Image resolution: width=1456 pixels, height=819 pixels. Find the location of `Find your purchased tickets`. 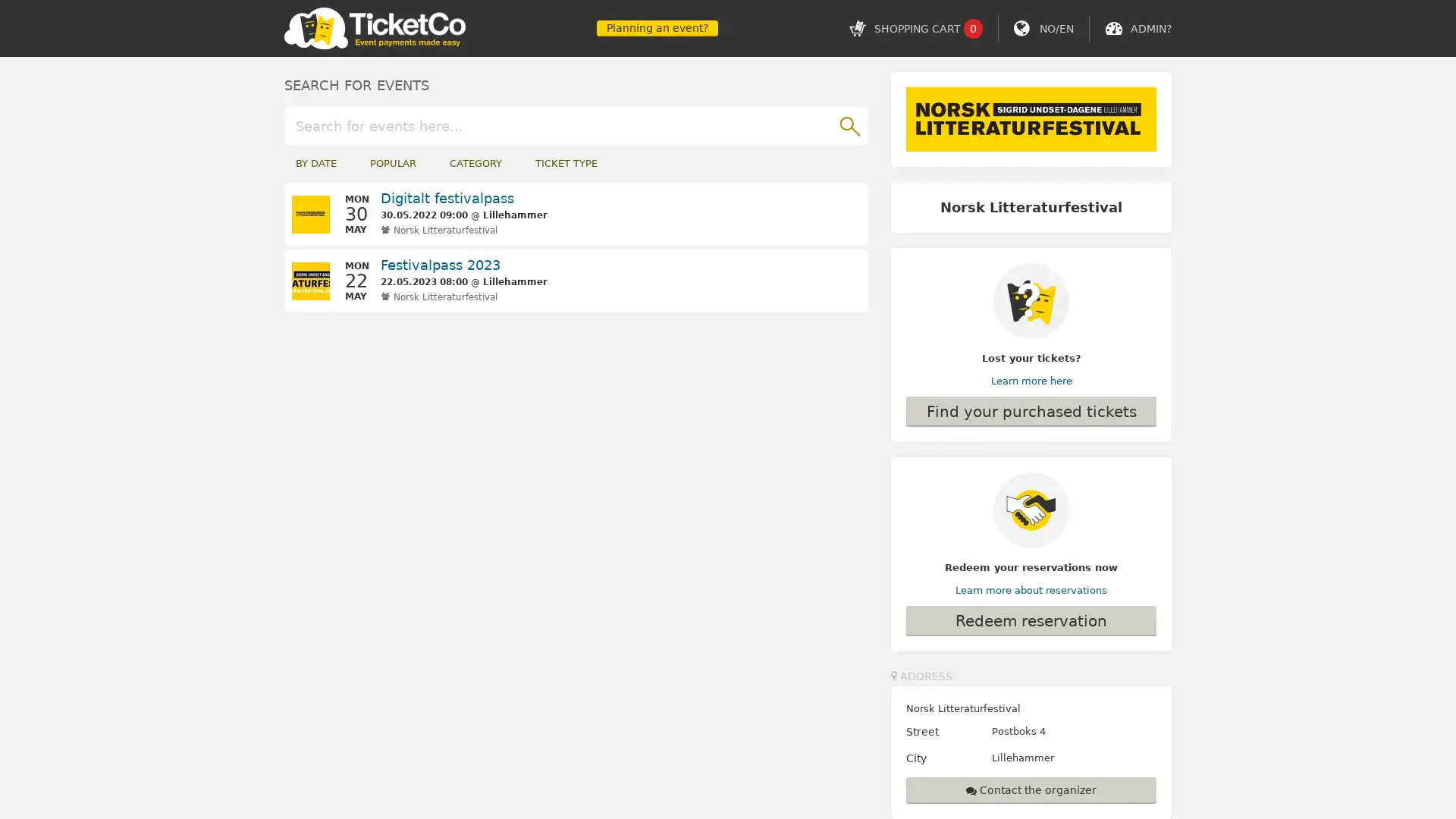

Find your purchased tickets is located at coordinates (1031, 411).